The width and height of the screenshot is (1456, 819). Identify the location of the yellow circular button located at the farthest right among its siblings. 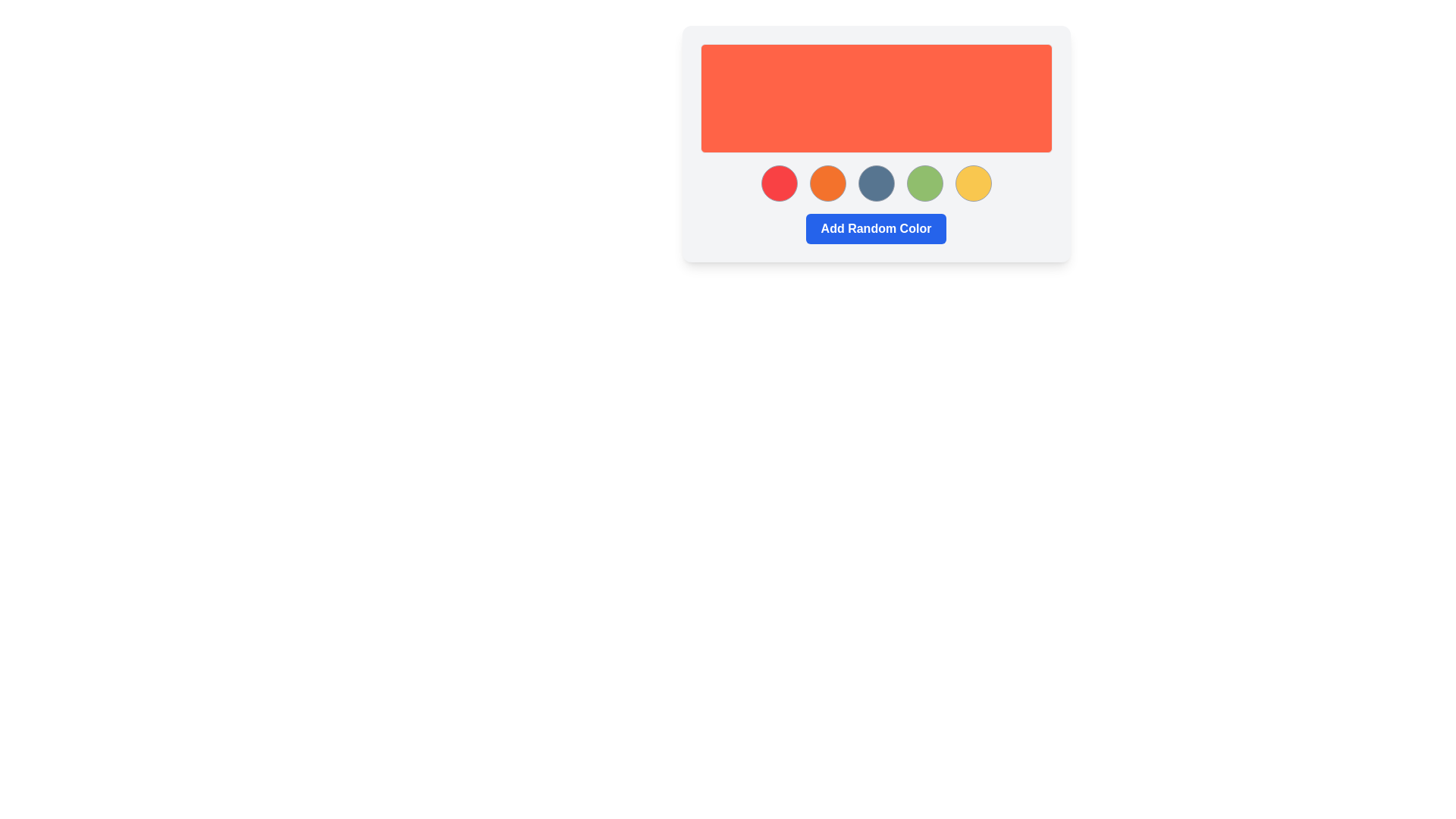
(973, 183).